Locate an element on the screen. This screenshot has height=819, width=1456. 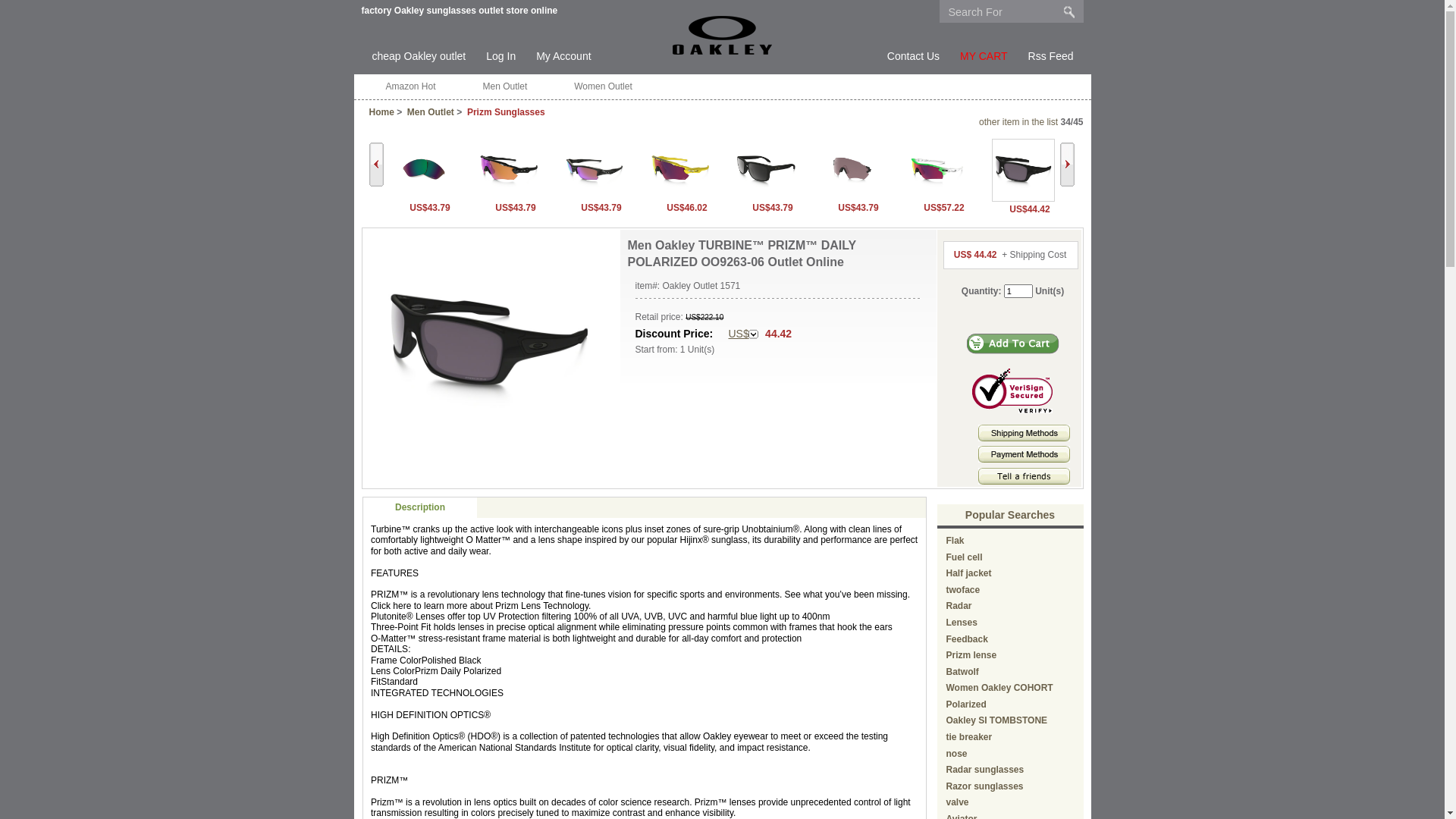
'Shipping Methods' is located at coordinates (1024, 438).